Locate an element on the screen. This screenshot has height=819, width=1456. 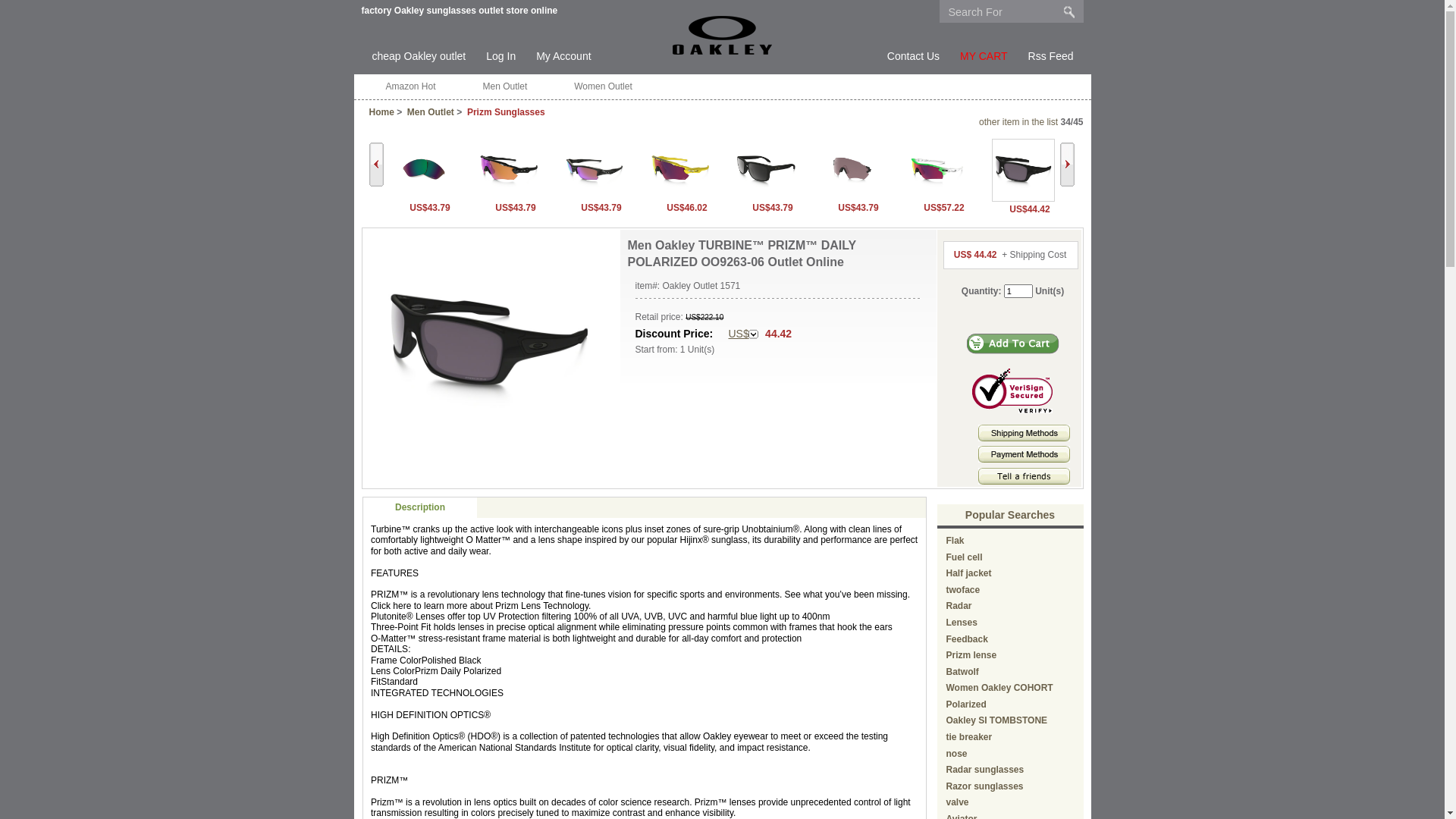
'Shipping Methods' is located at coordinates (1024, 438).